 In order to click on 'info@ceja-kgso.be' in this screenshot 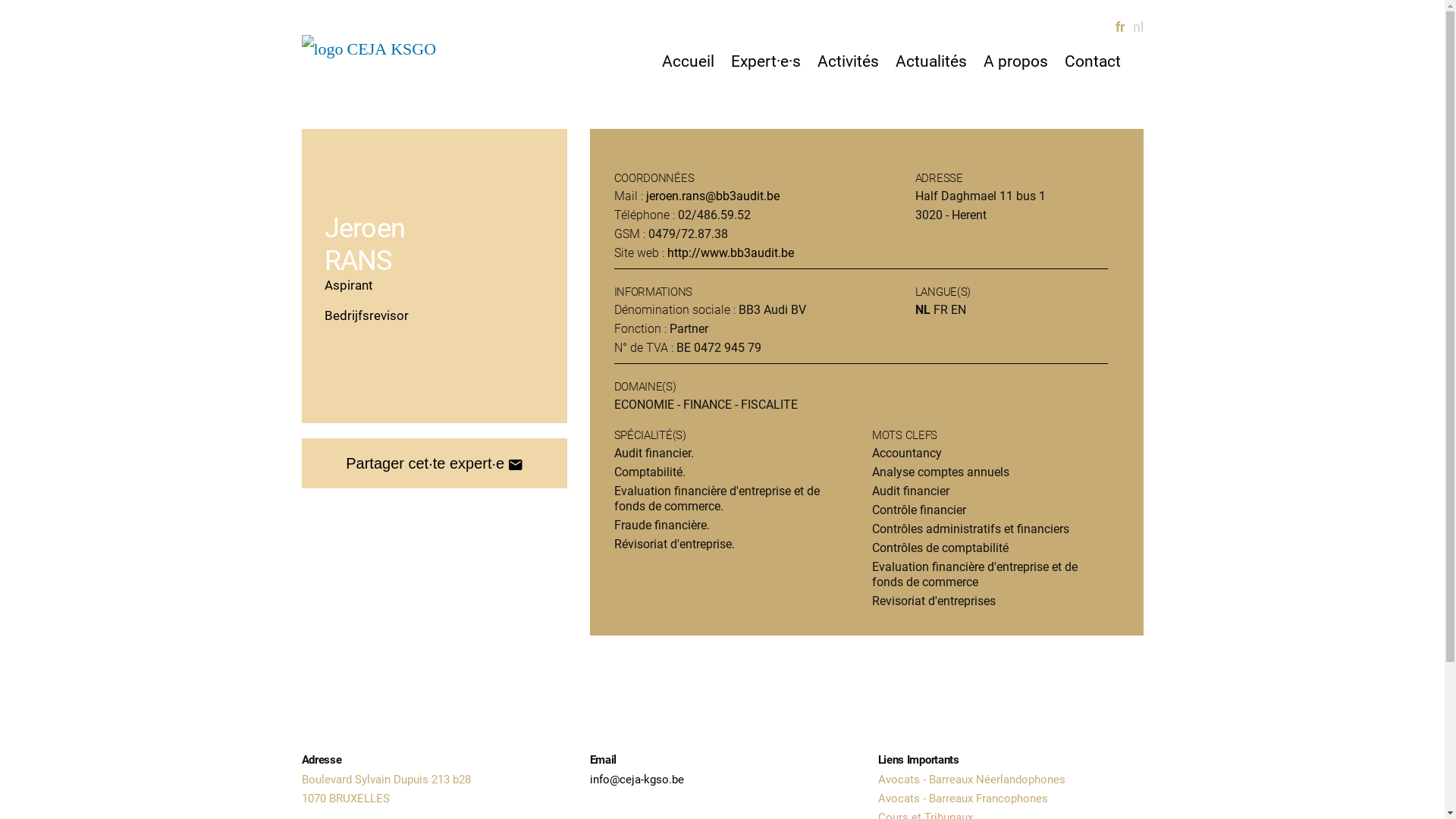, I will do `click(637, 780)`.